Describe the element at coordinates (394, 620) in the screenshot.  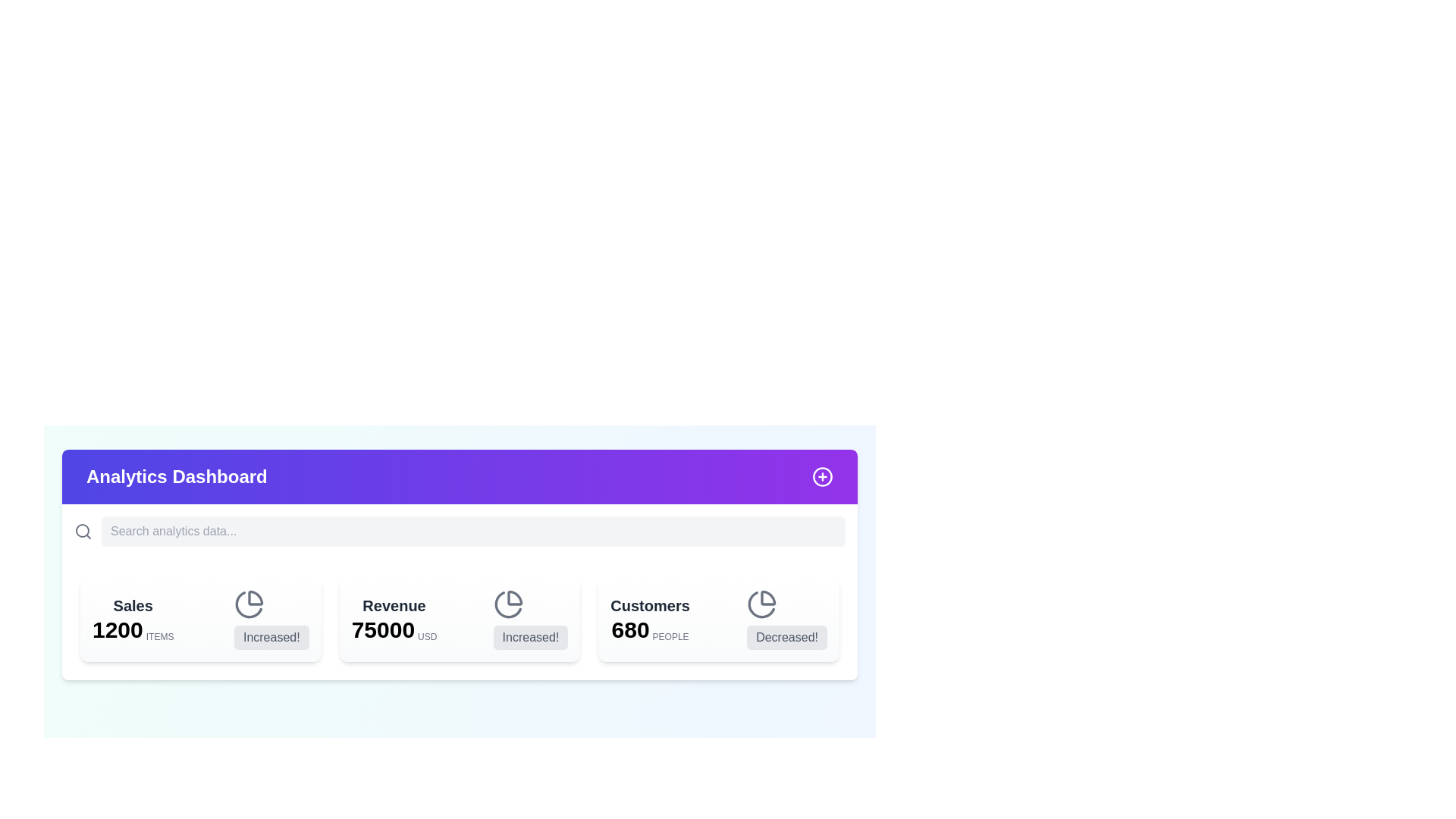
I see `the Text label displaying 'Revenue' with the number '75000' and 'USD', located in the second card of a three-card dashboard interface` at that location.